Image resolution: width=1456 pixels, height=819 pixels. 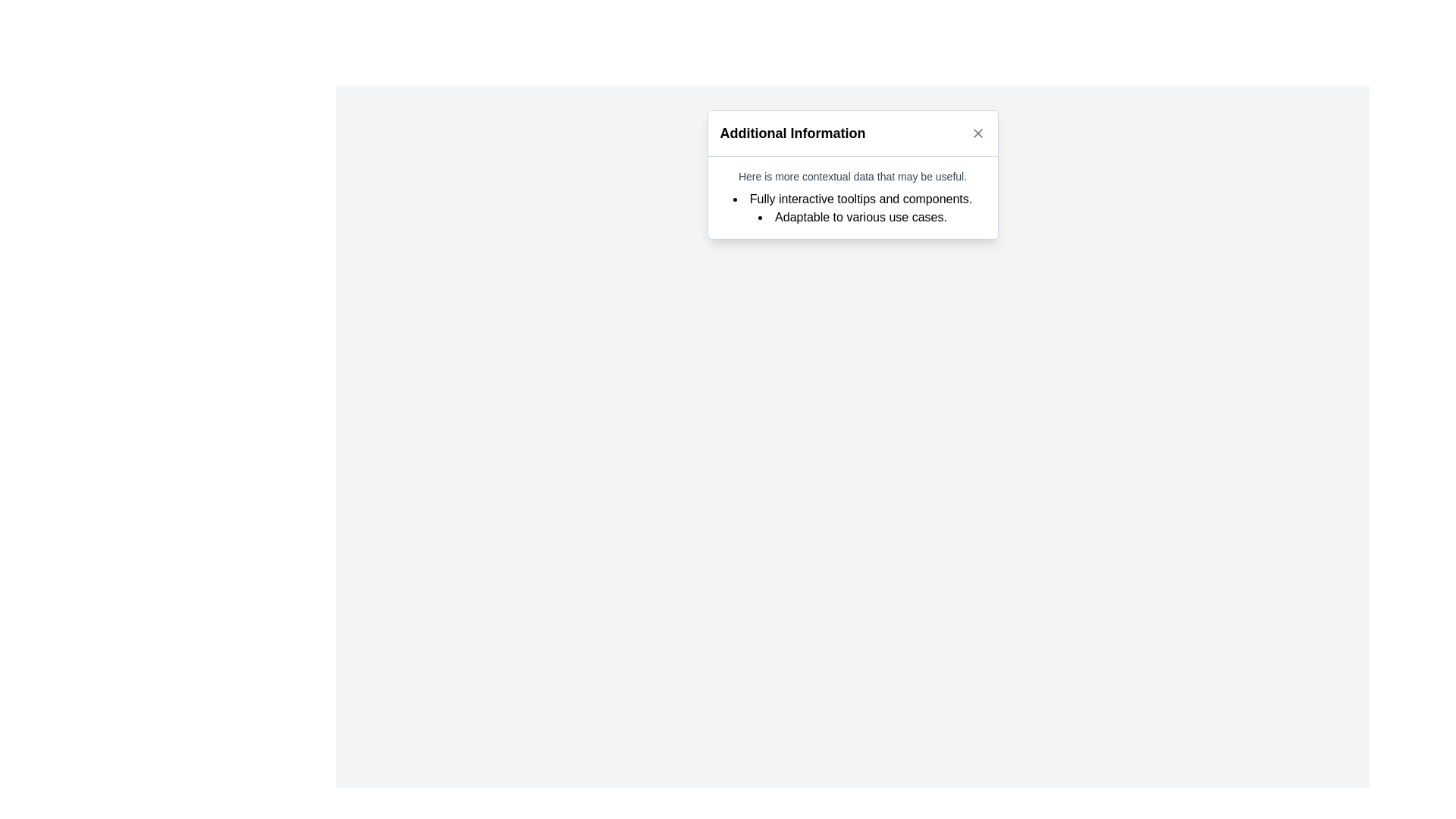 What do you see at coordinates (852, 217) in the screenshot?
I see `the static text element that provides descriptive information, which is the second bullet point item in the list below 'Fully interactive tooltips and components.'` at bounding box center [852, 217].